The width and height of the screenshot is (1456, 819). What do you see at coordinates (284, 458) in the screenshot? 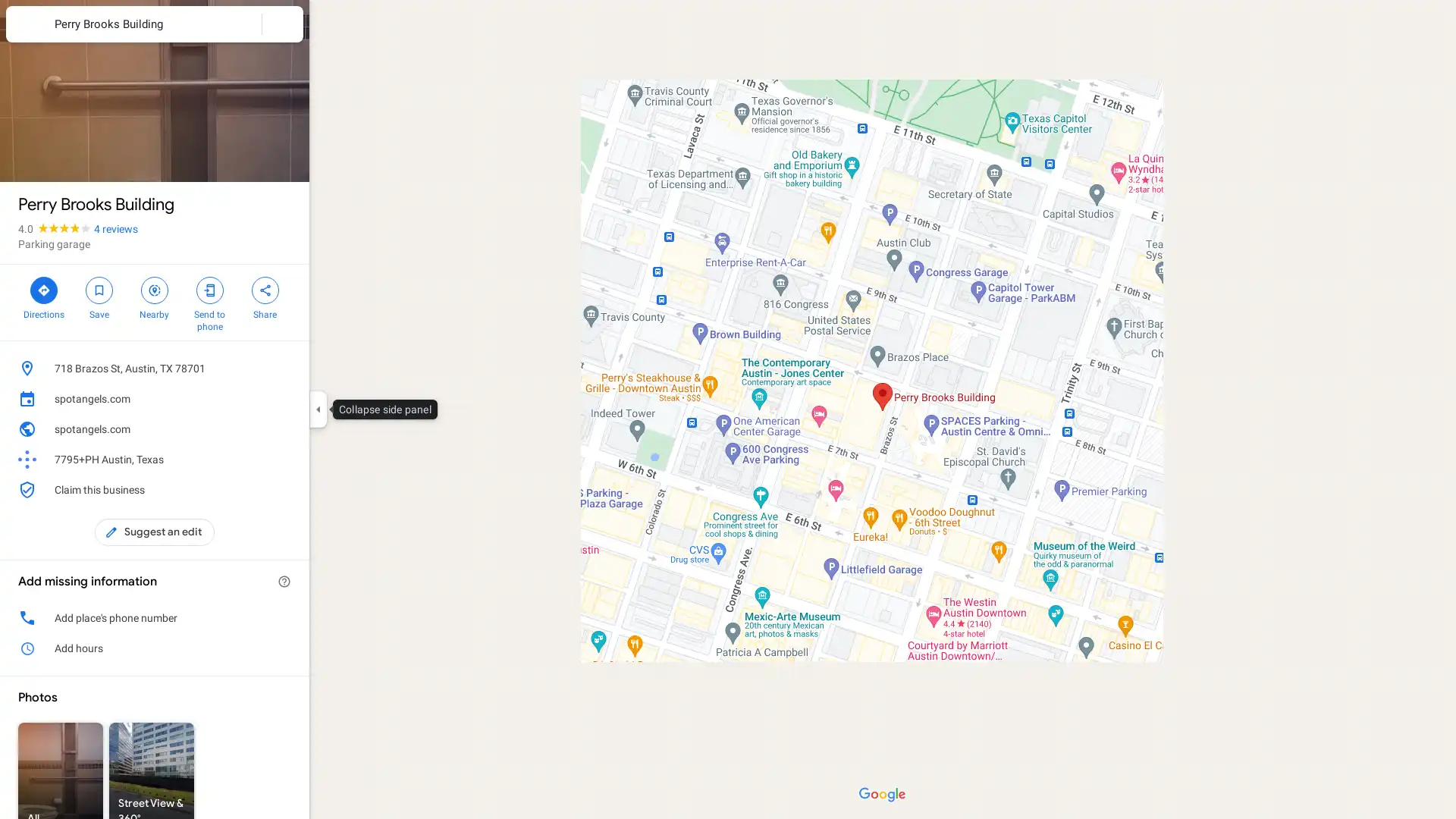
I see `Learn more about plus codes` at bounding box center [284, 458].